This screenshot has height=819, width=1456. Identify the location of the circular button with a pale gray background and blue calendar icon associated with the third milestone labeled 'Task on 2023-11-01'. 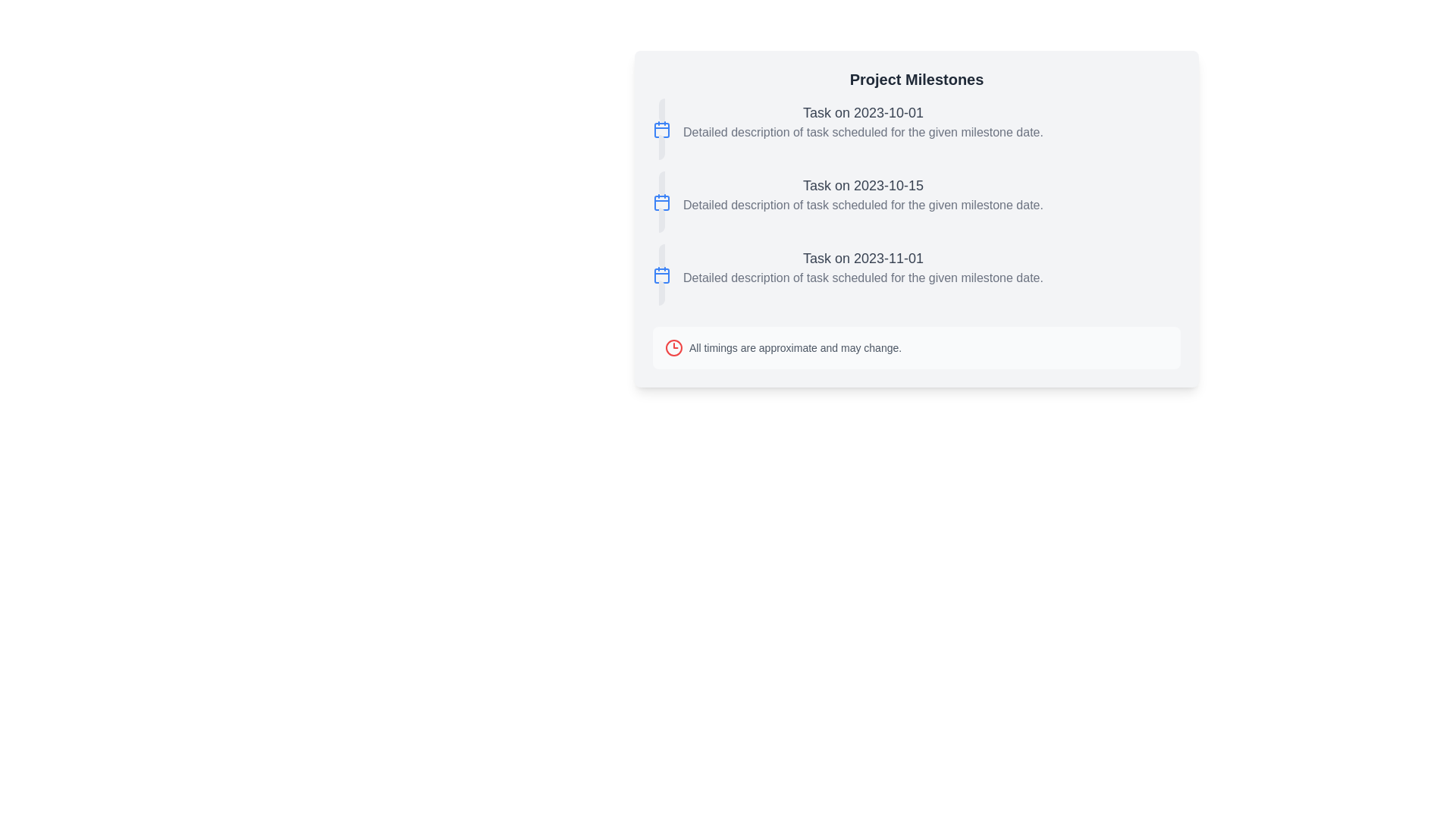
(662, 275).